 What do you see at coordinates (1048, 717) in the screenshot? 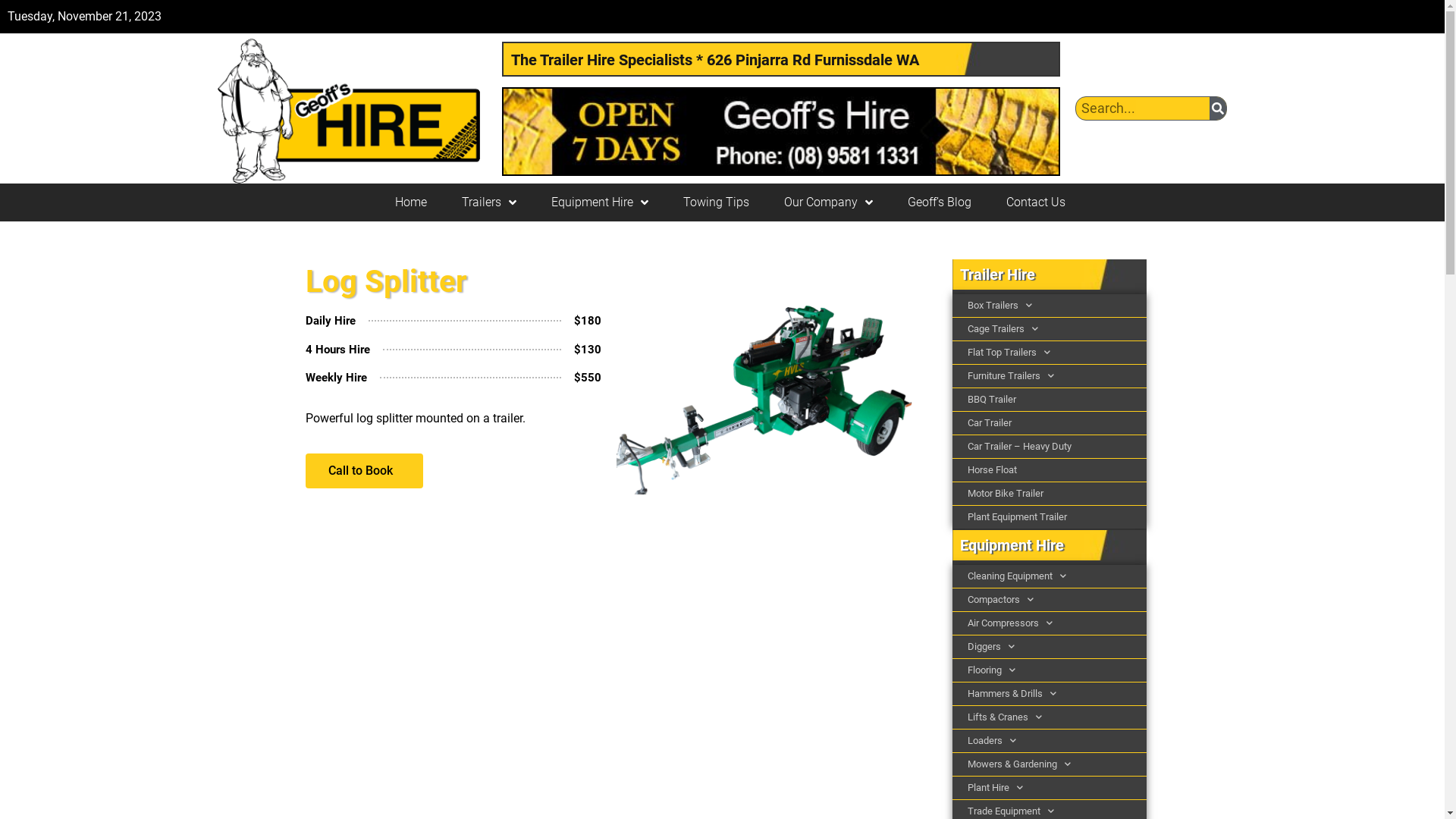
I see `'Lifts & Cranes'` at bounding box center [1048, 717].